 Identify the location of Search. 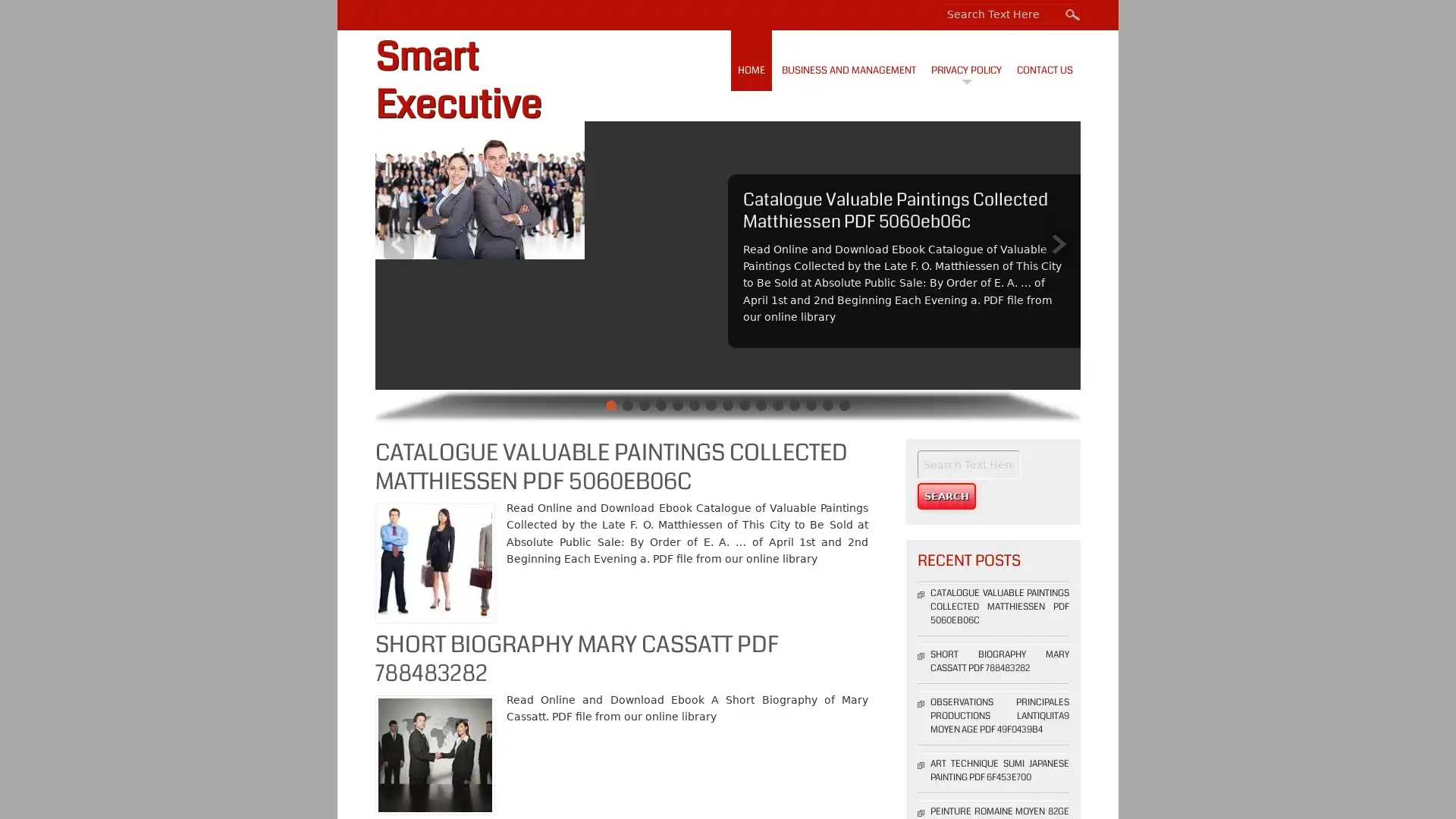
(946, 496).